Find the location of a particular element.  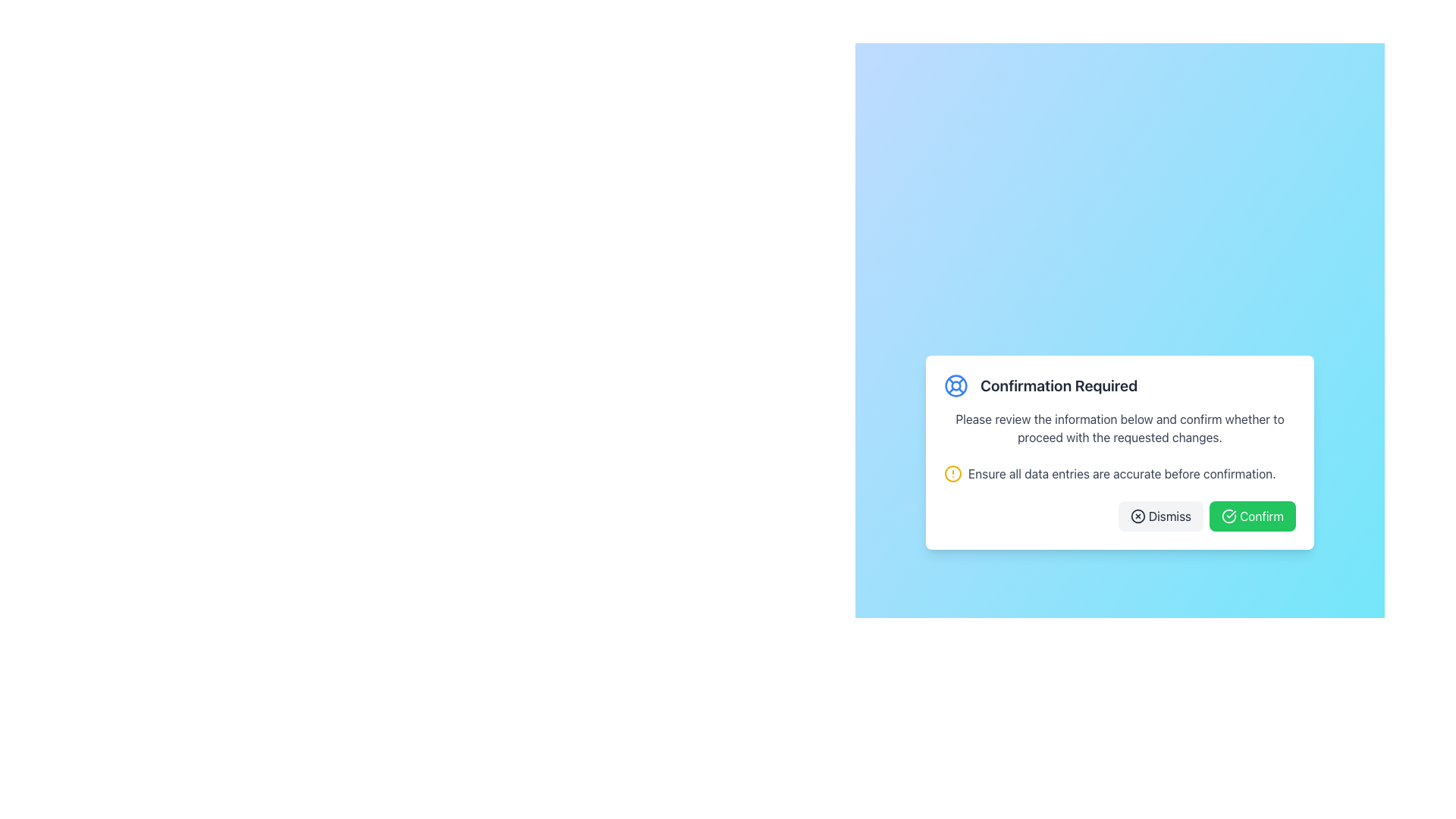

the warning symbol icon, which is a yellow circular alert graphic with an exclamation mark, located to the left of the cautionary text in the dialog box is located at coordinates (952, 472).